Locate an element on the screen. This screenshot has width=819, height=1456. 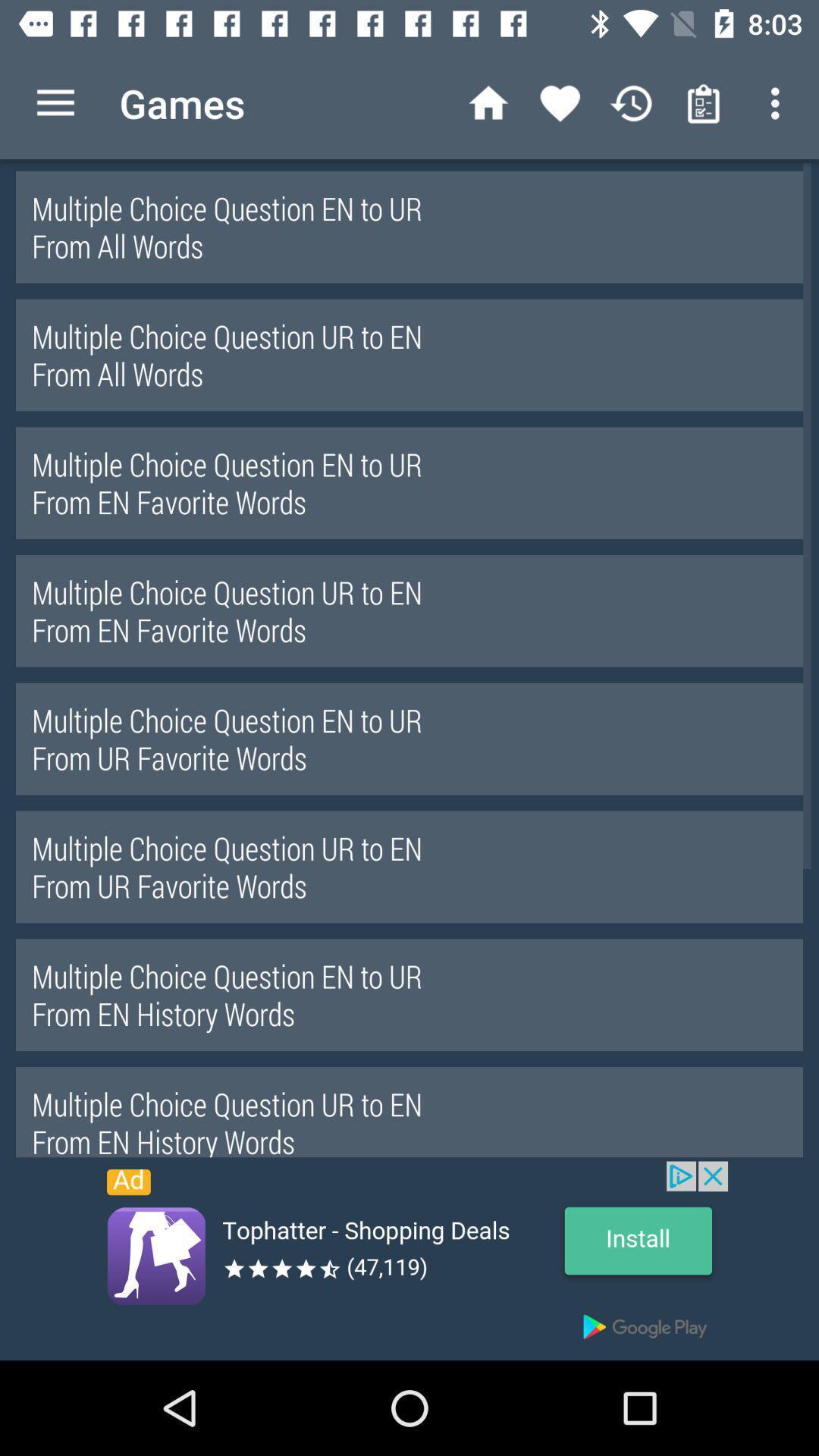
external advertisement page is located at coordinates (409, 1260).